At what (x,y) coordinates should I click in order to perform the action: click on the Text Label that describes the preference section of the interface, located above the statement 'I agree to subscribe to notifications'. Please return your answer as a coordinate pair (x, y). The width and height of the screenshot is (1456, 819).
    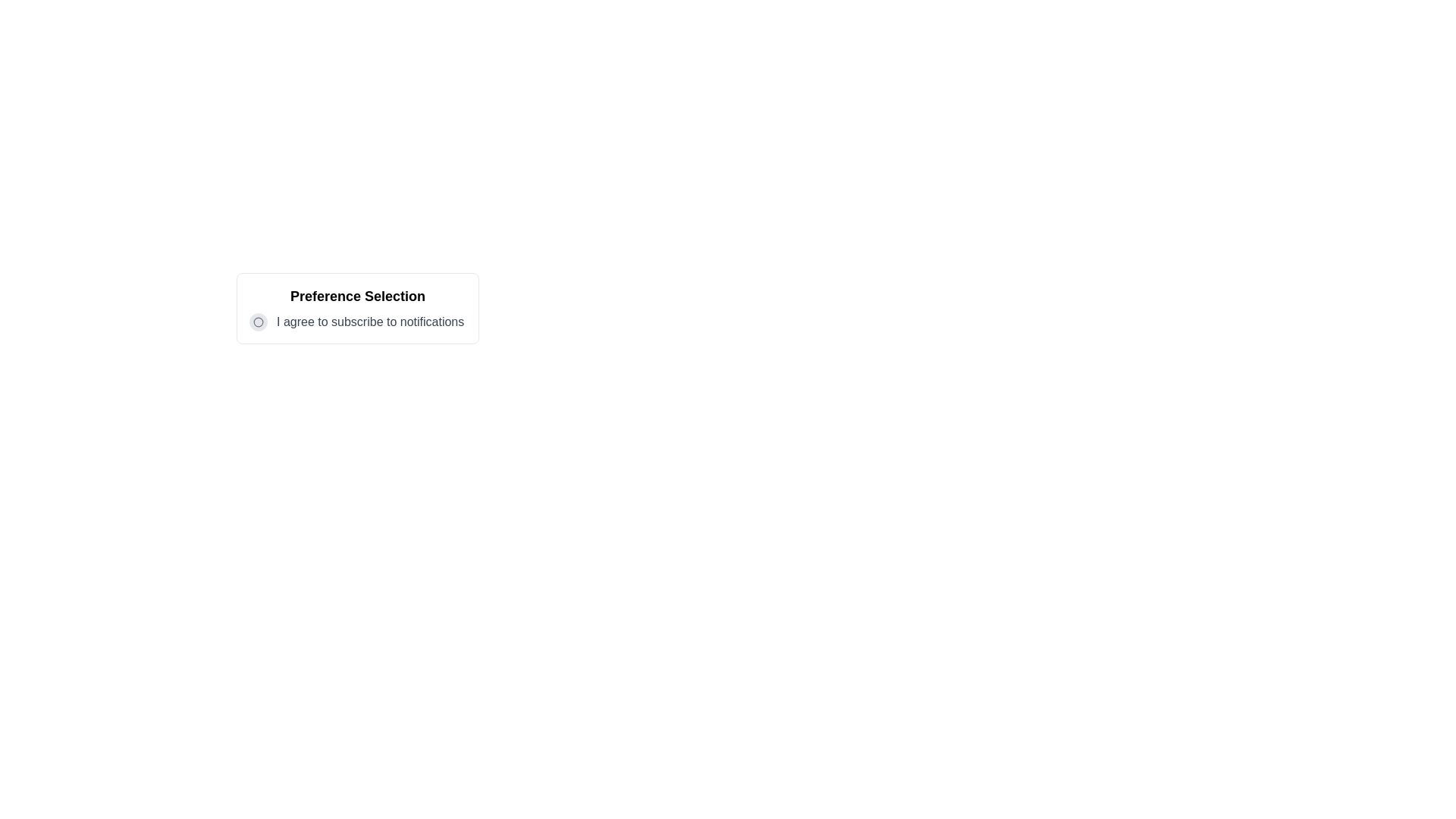
    Looking at the image, I should click on (356, 296).